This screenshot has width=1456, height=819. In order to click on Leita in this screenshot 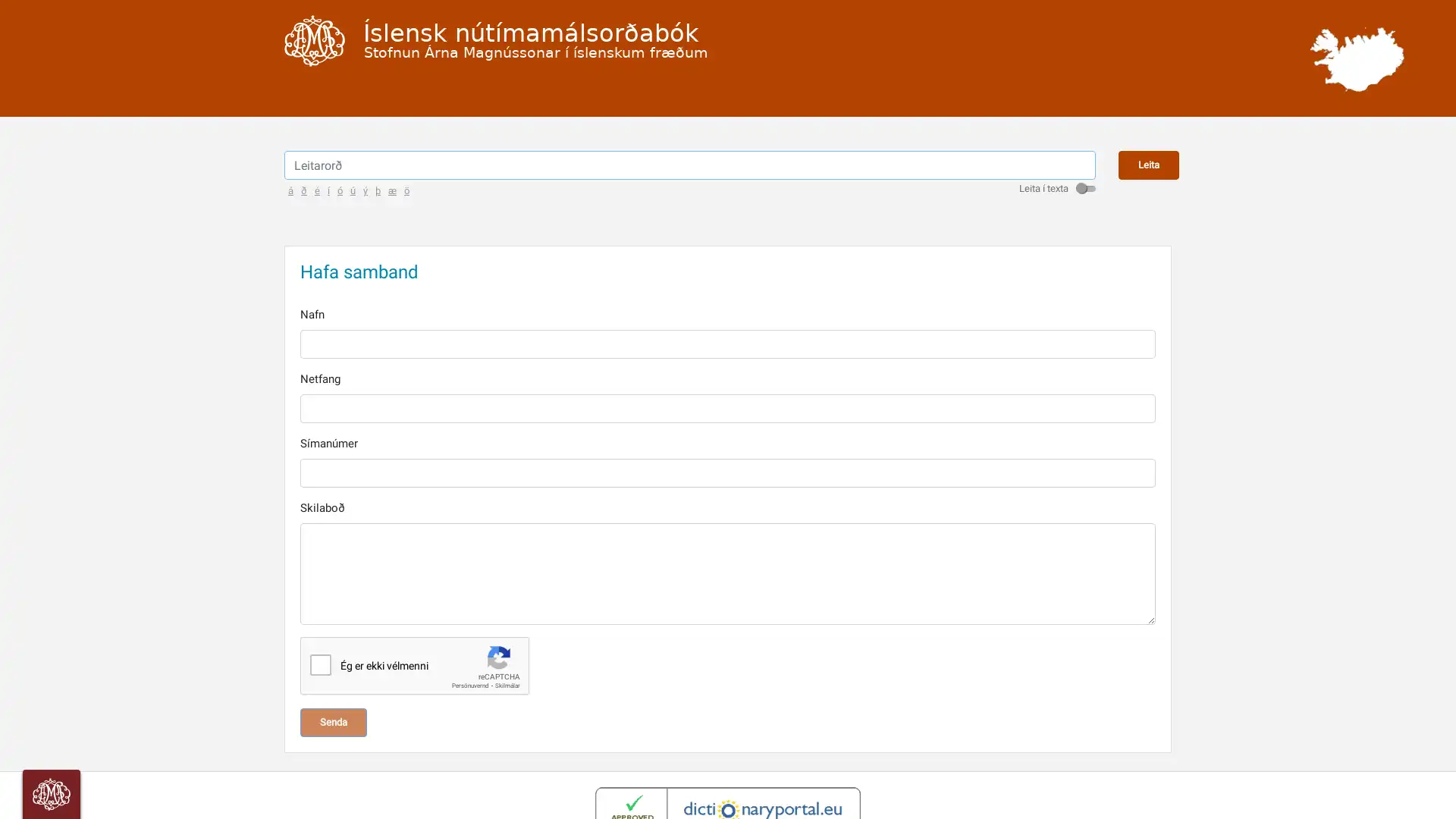, I will do `click(1149, 185)`.